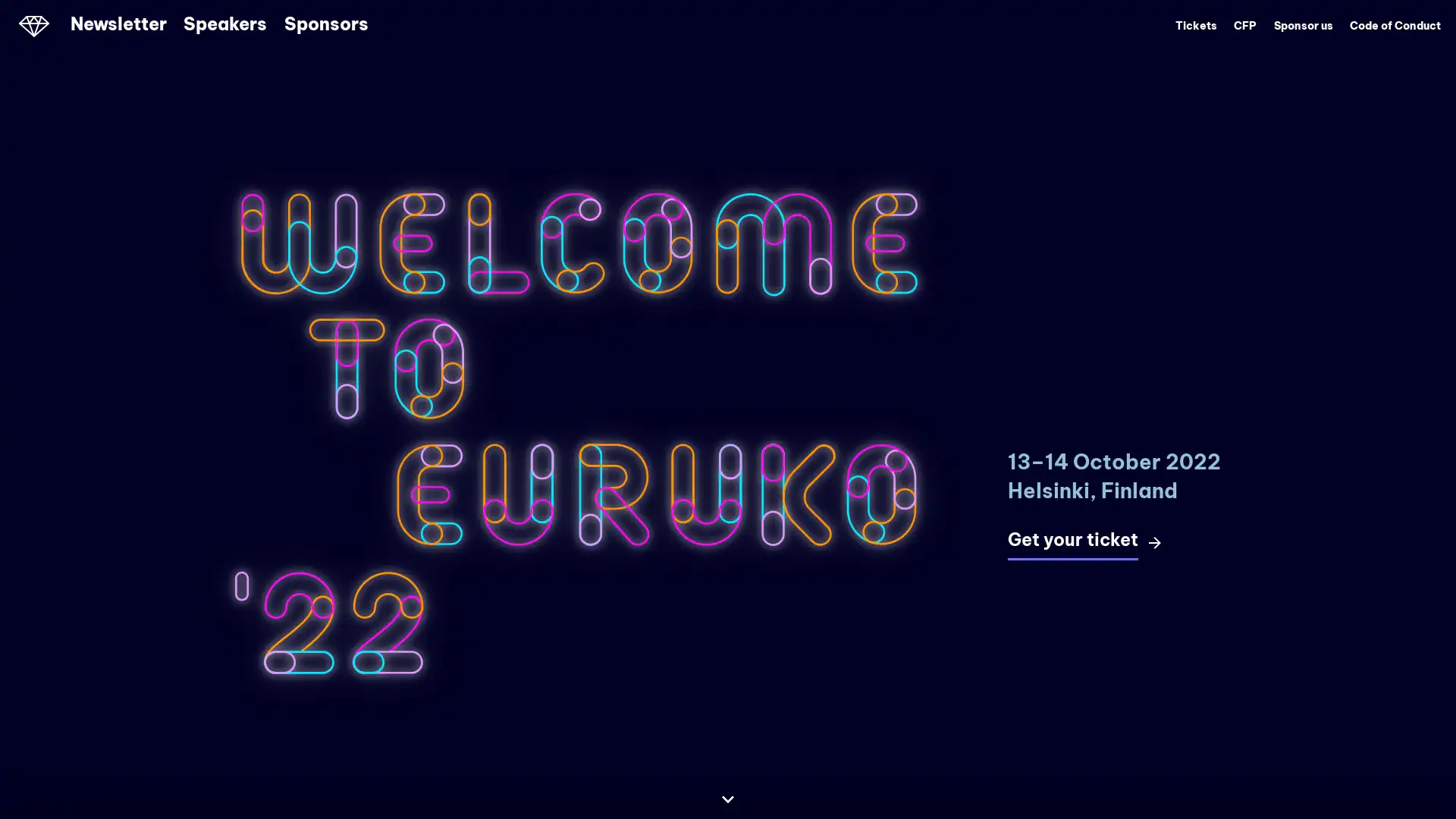 This screenshot has height=819, width=1456. What do you see at coordinates (728, 798) in the screenshot?
I see `Continue` at bounding box center [728, 798].